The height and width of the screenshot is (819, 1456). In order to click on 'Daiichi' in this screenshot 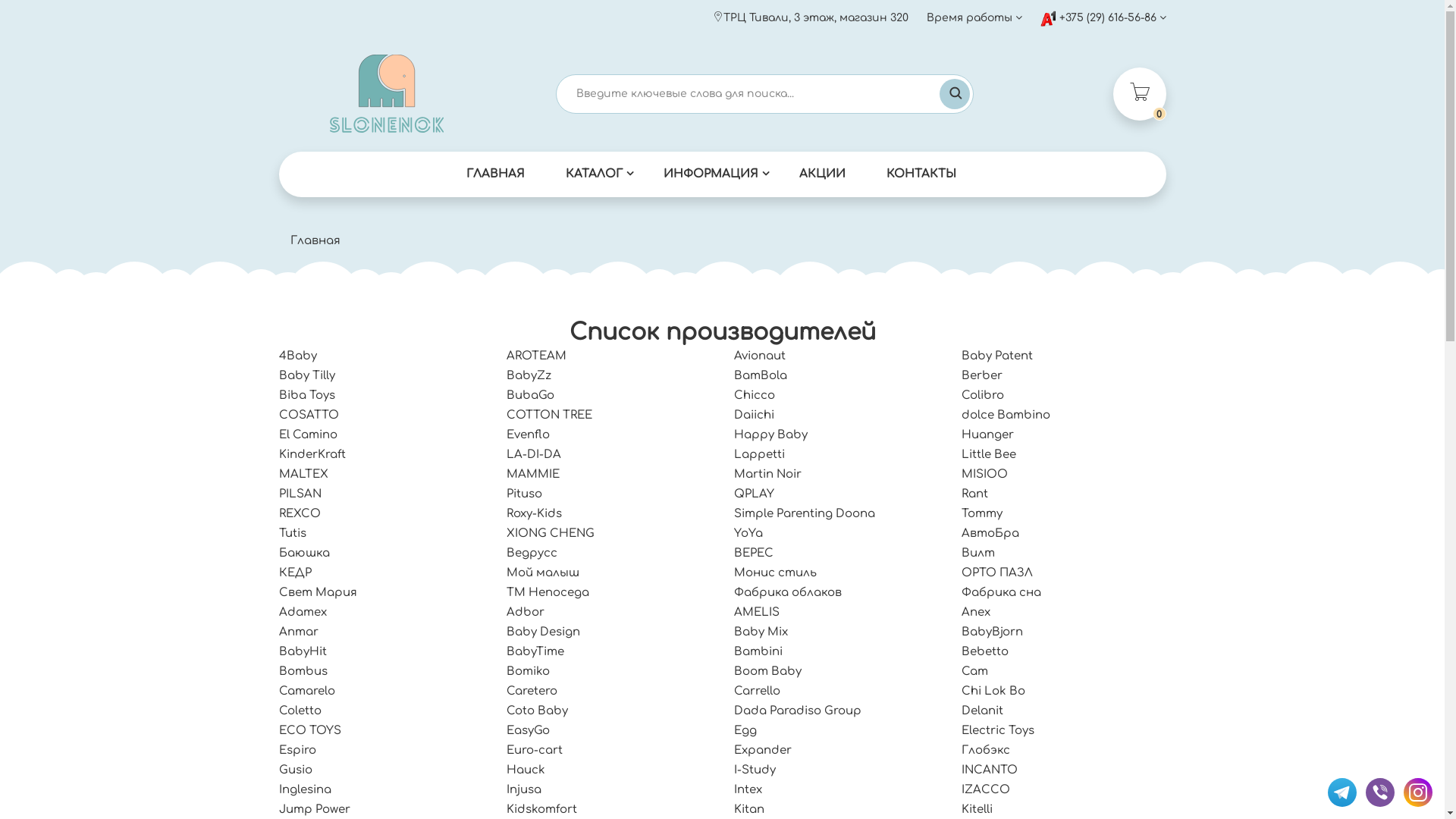, I will do `click(754, 415)`.